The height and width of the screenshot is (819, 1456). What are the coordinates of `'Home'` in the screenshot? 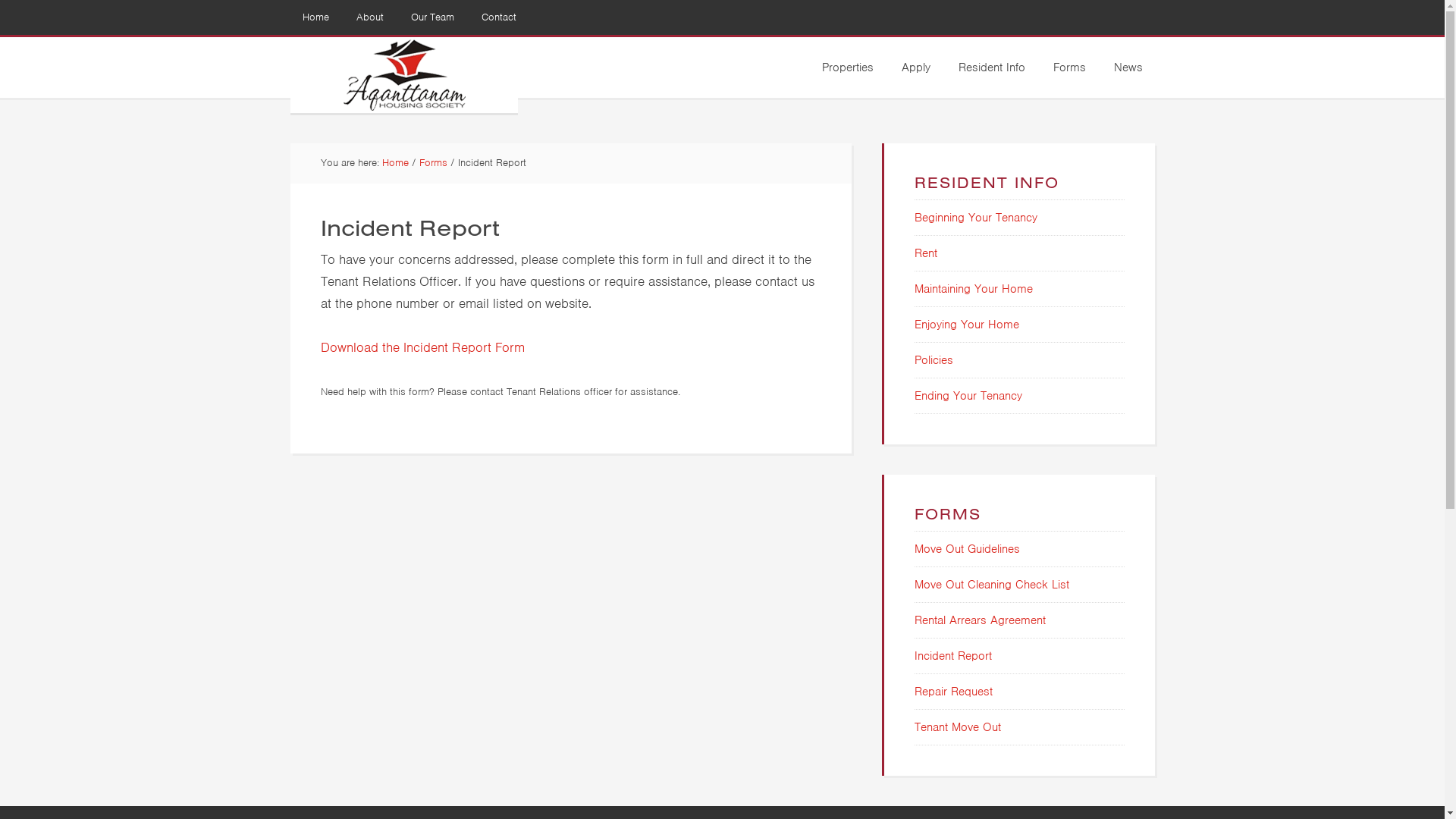 It's located at (395, 162).